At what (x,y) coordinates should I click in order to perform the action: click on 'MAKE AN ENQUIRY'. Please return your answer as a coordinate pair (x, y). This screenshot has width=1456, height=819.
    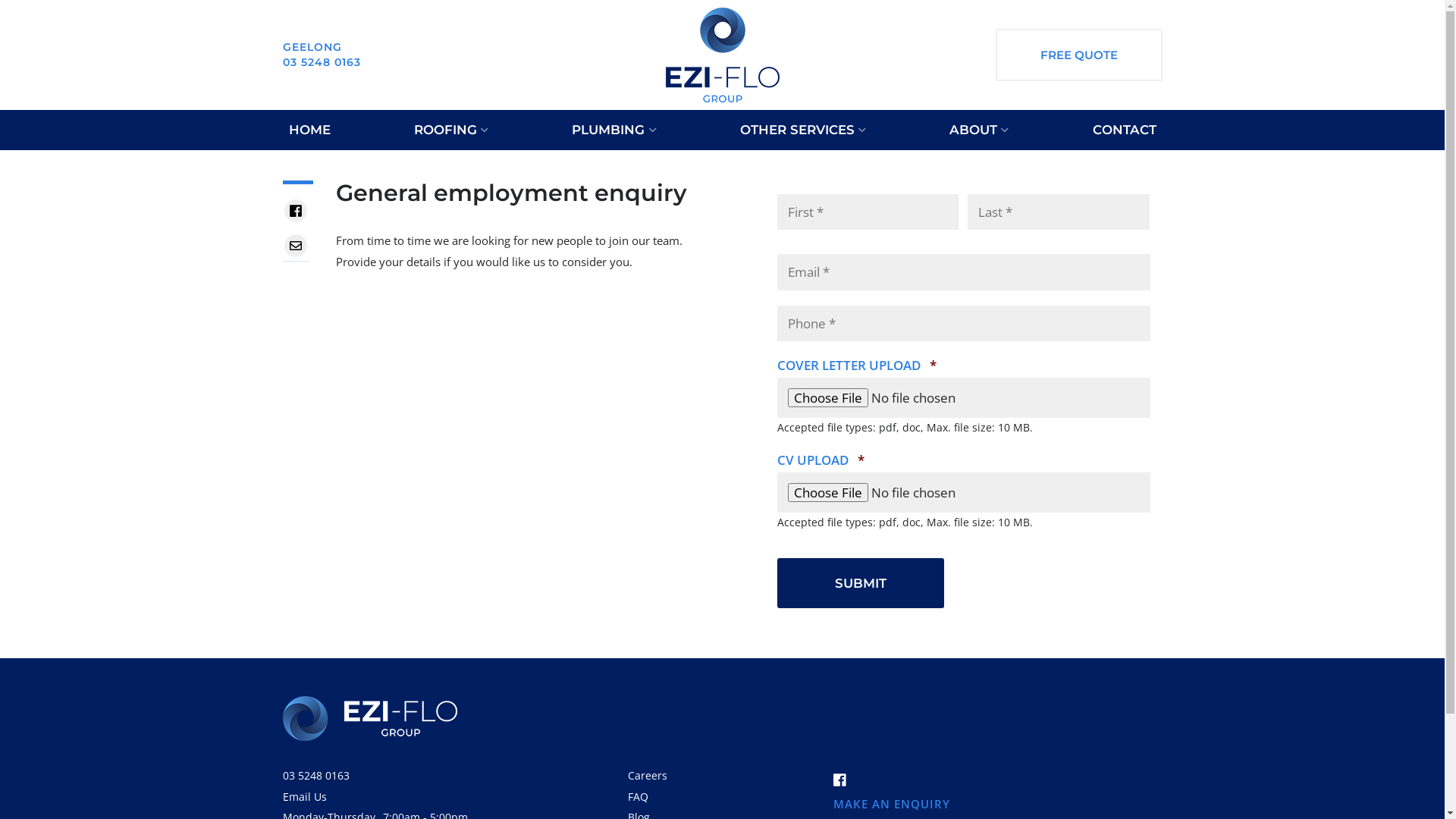
    Looking at the image, I should click on (832, 803).